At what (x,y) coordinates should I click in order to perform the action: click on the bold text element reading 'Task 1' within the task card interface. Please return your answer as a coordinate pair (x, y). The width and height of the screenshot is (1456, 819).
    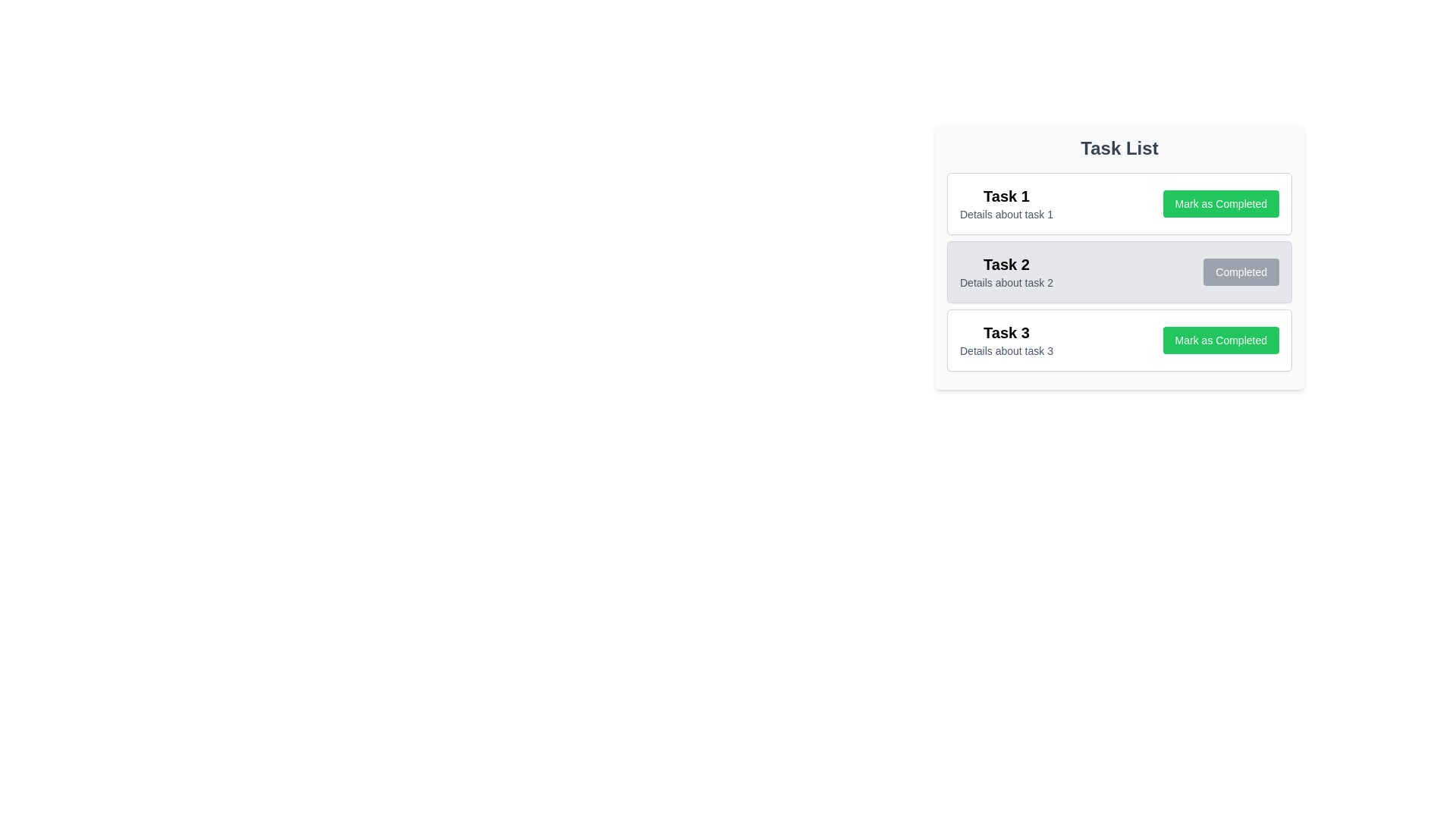
    Looking at the image, I should click on (1006, 195).